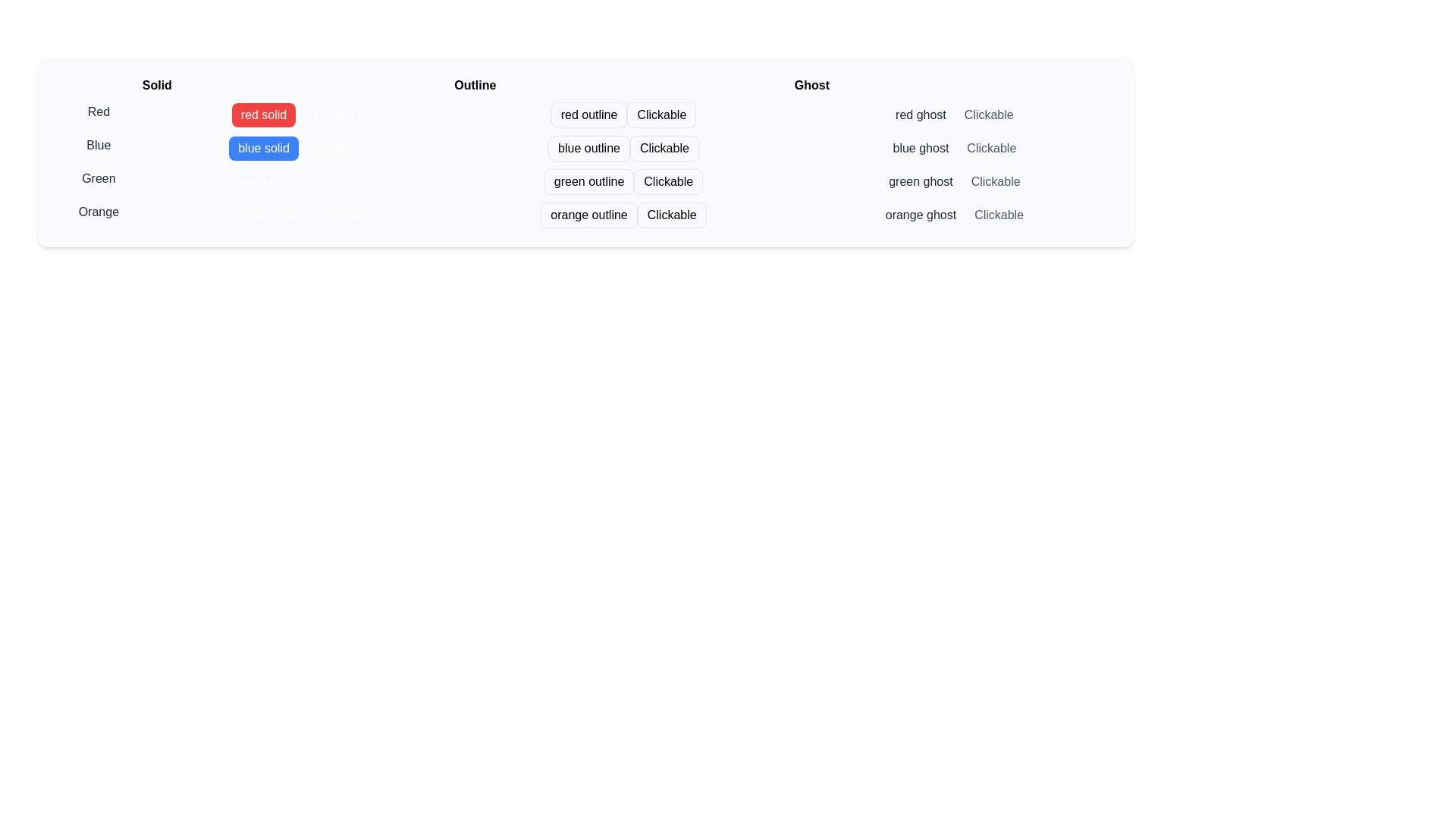  I want to click on the label indicating a red solid state, positioned in the first row of the 'Solid' column, adjacent to 'Red' on the left and 'Clickable' on the right, so click(263, 114).